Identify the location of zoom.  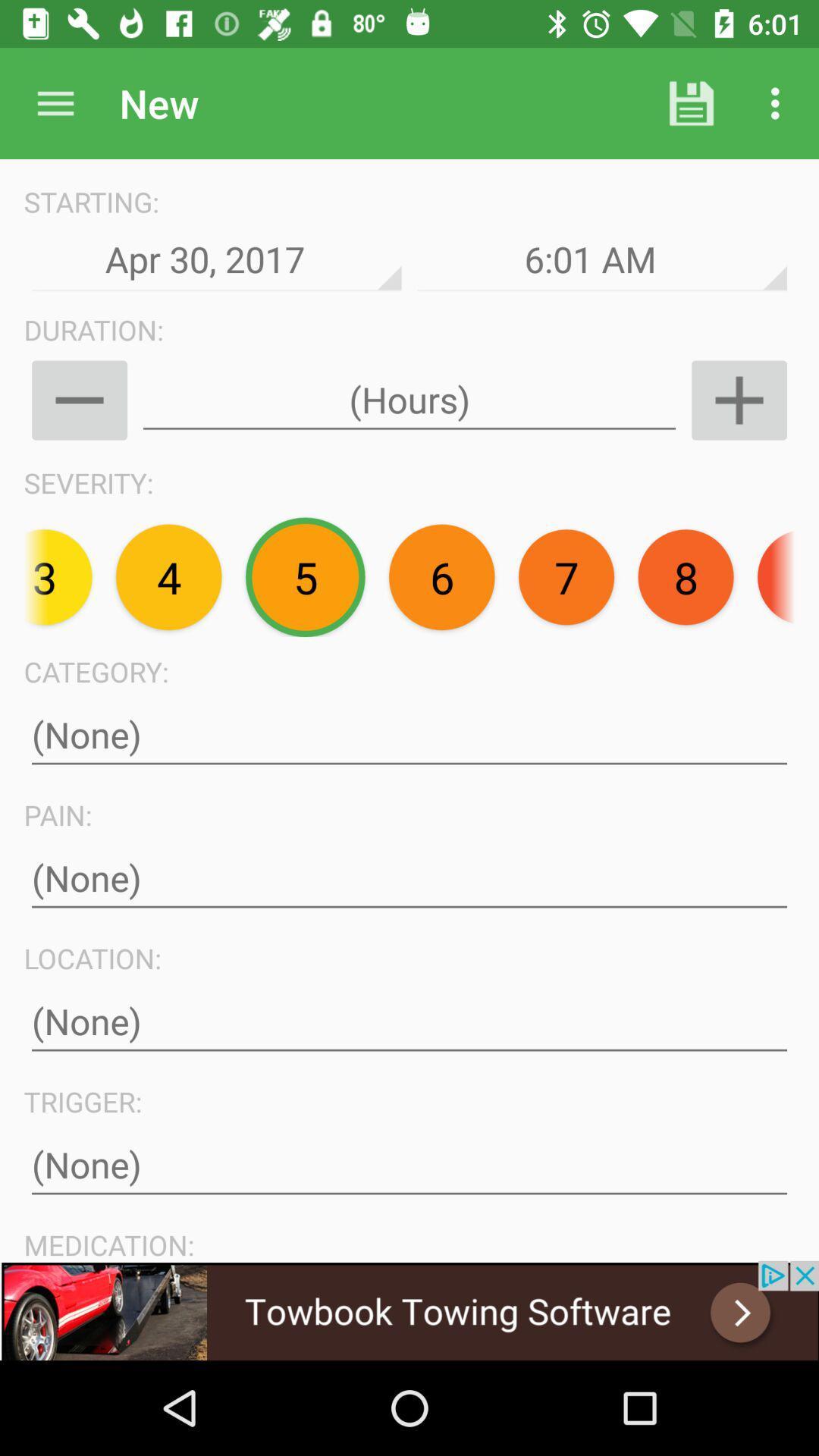
(79, 400).